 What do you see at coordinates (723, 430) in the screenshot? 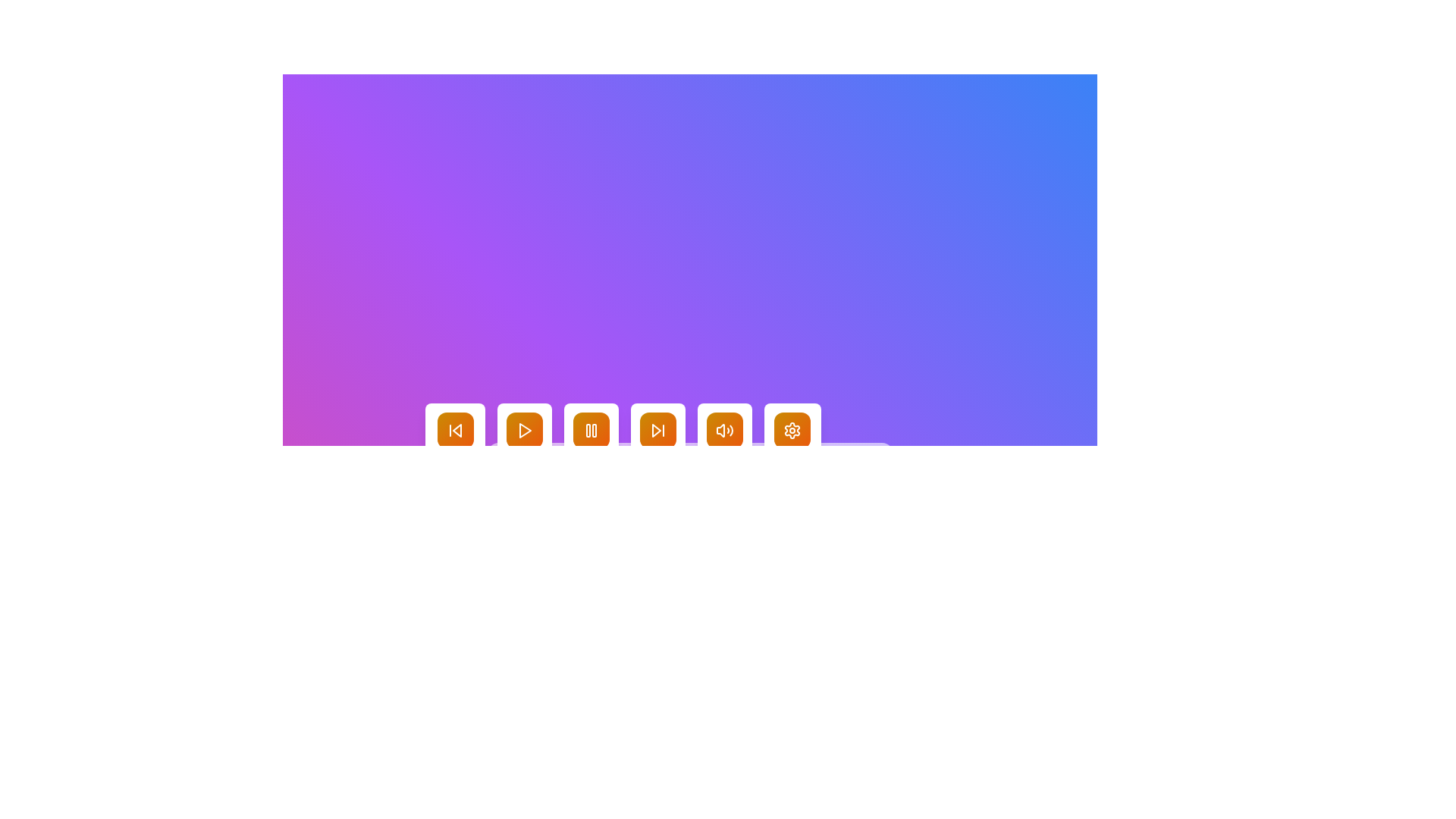
I see `the fifth button from the left in the bottom center row, which has a gradient orange background and a white speaker icon` at bounding box center [723, 430].